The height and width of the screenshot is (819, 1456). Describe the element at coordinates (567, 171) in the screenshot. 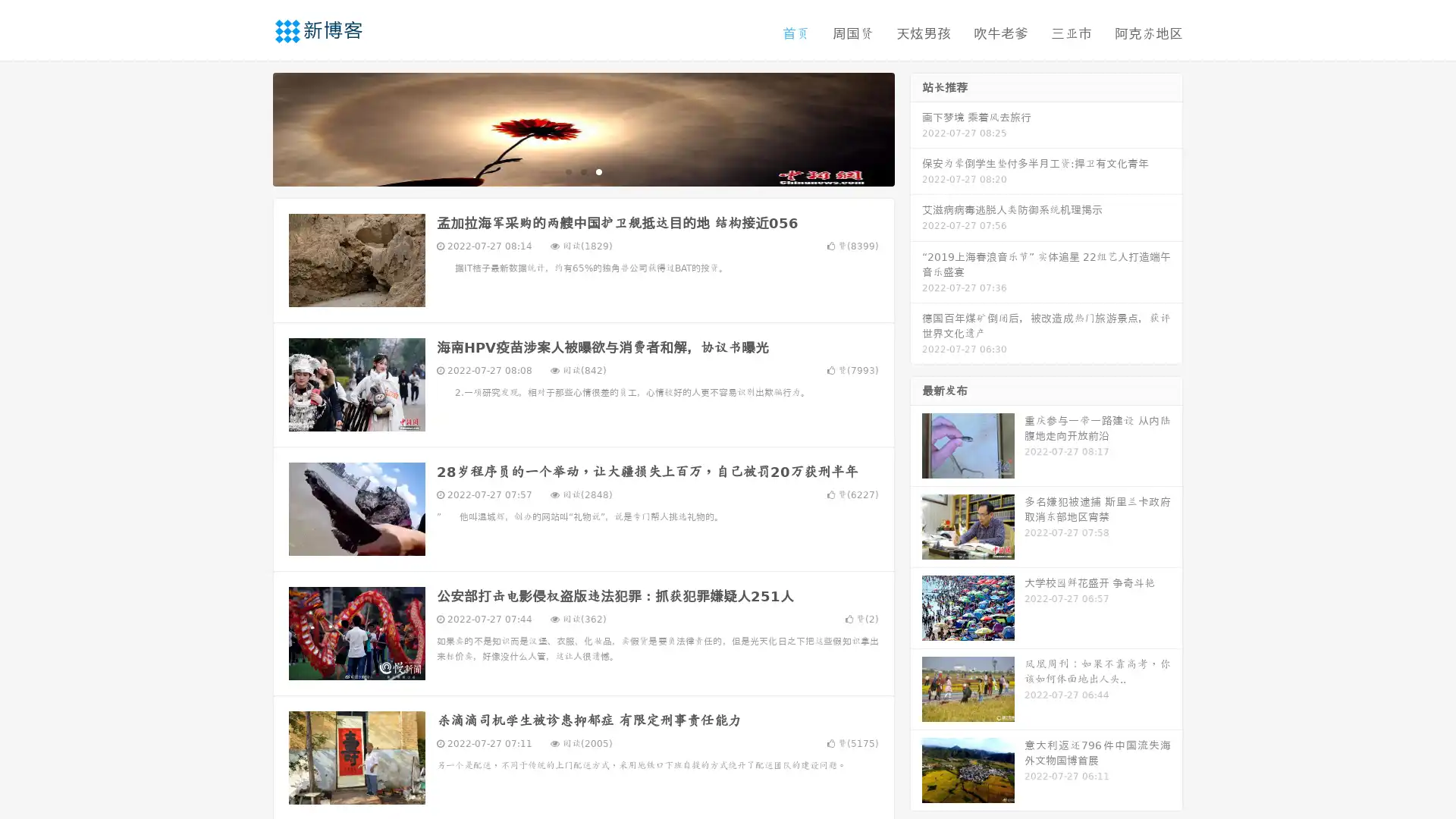

I see `Go to slide 1` at that location.